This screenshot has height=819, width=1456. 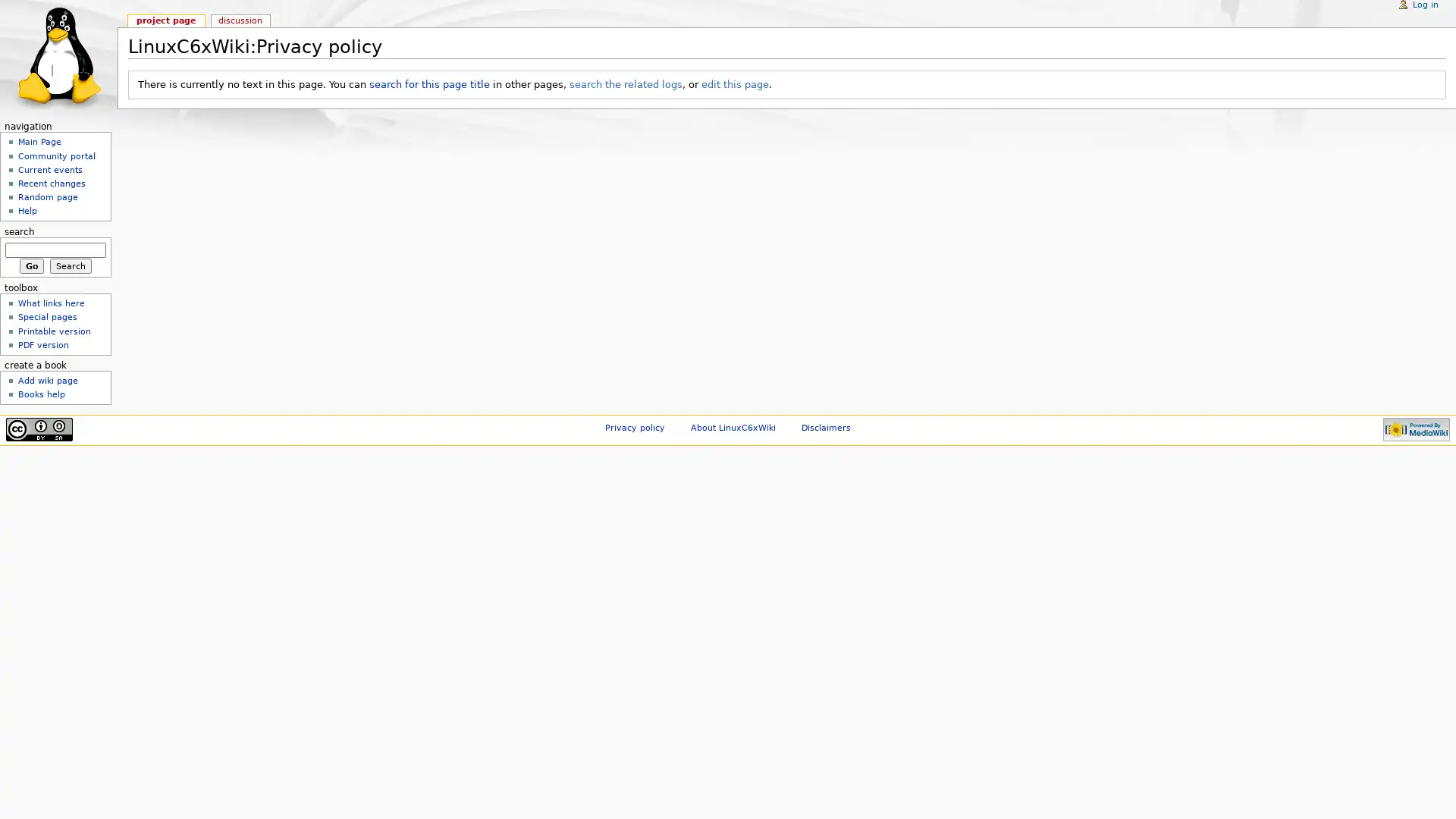 What do you see at coordinates (70, 265) in the screenshot?
I see `Search` at bounding box center [70, 265].